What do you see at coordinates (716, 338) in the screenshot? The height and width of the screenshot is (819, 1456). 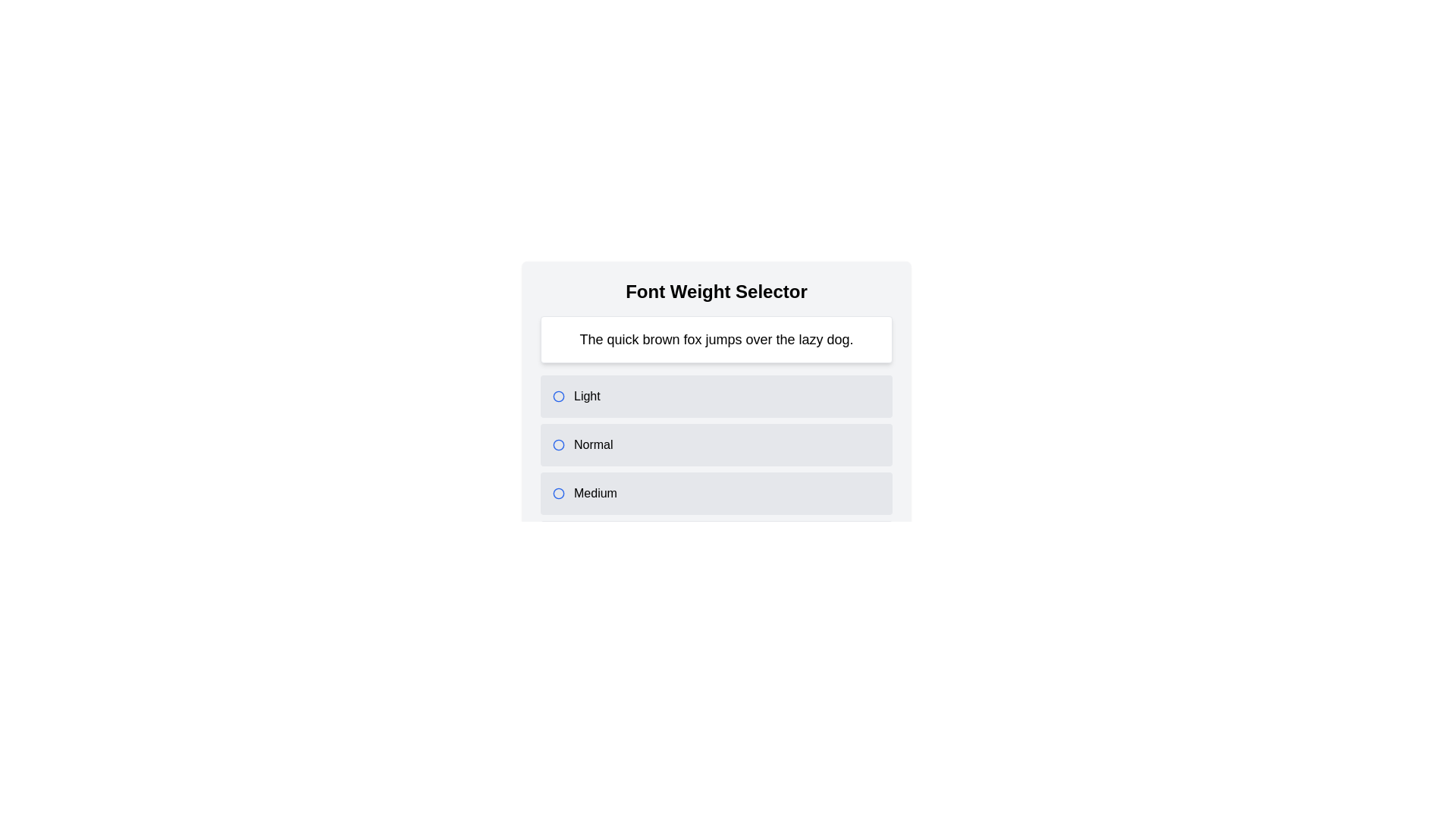 I see `the text label displaying 'The quick brown fox jumps over the lazy dog.' which is located in the upper part of the 'Font Weight Selector' section` at bounding box center [716, 338].